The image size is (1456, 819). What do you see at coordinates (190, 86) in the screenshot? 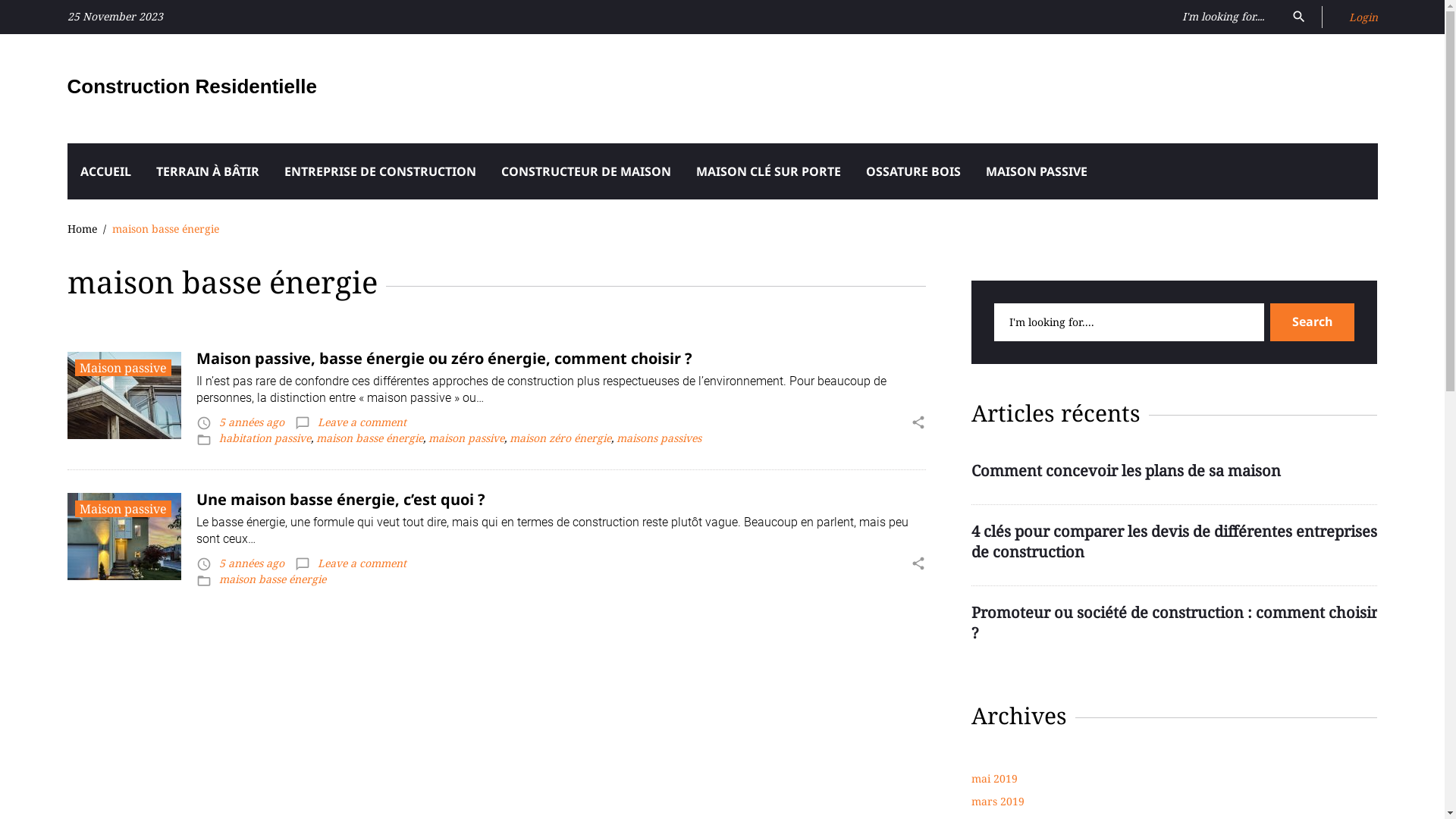
I see `'Construction Residentielle'` at bounding box center [190, 86].